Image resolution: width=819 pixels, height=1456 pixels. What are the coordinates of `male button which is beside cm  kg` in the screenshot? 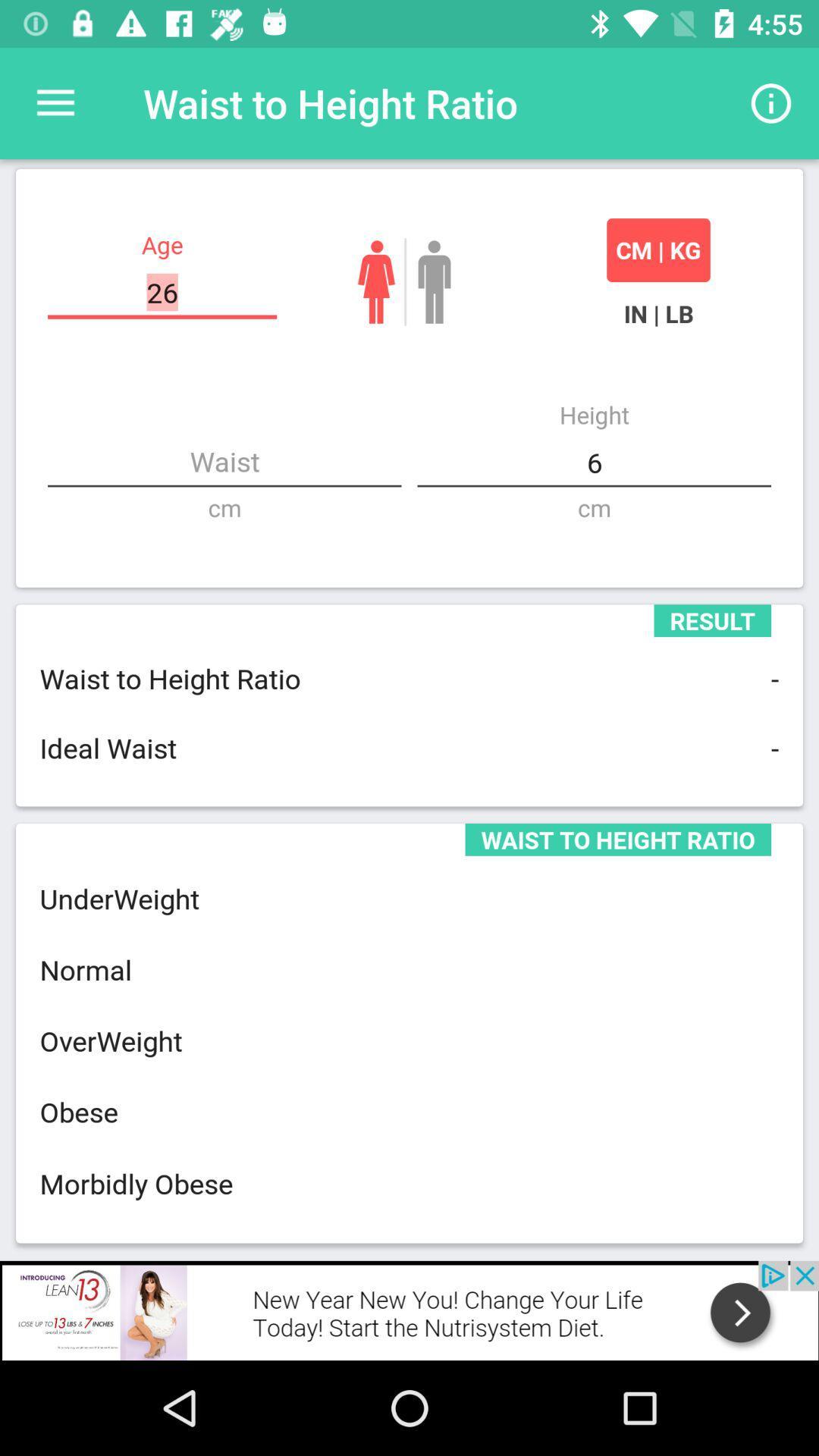 It's located at (435, 282).